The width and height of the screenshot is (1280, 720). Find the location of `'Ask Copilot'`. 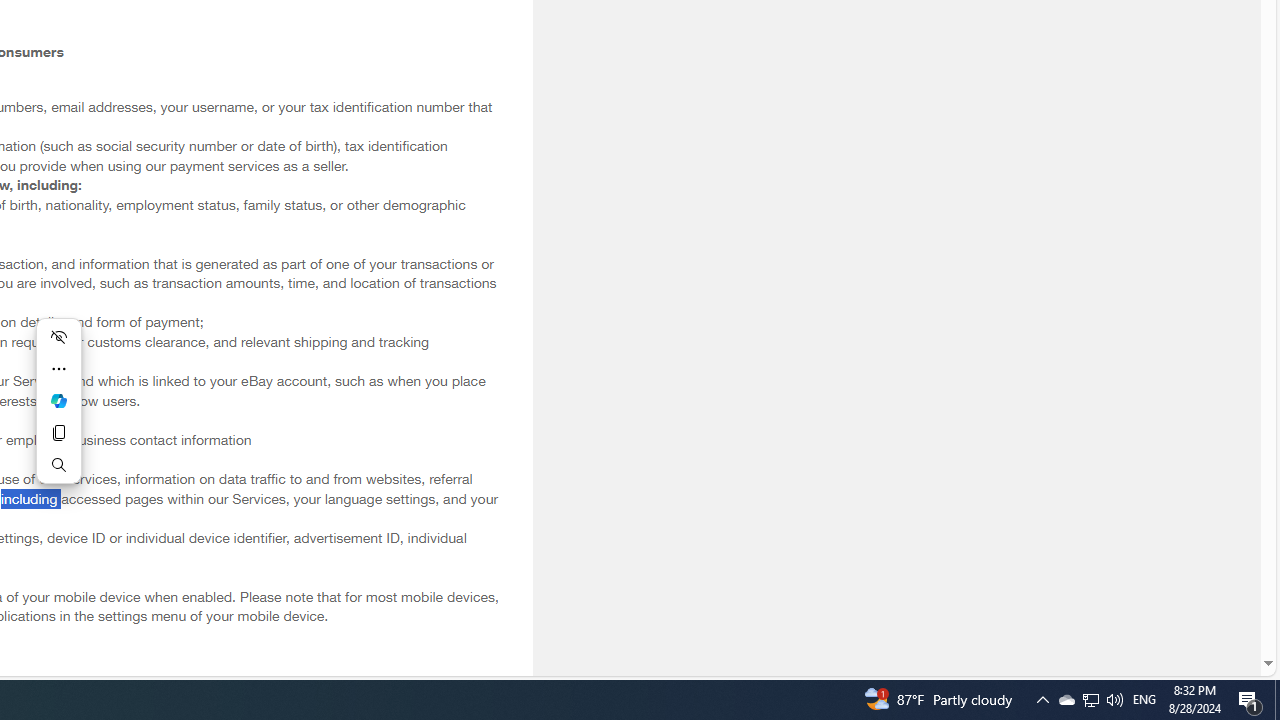

'Ask Copilot' is located at coordinates (58, 401).